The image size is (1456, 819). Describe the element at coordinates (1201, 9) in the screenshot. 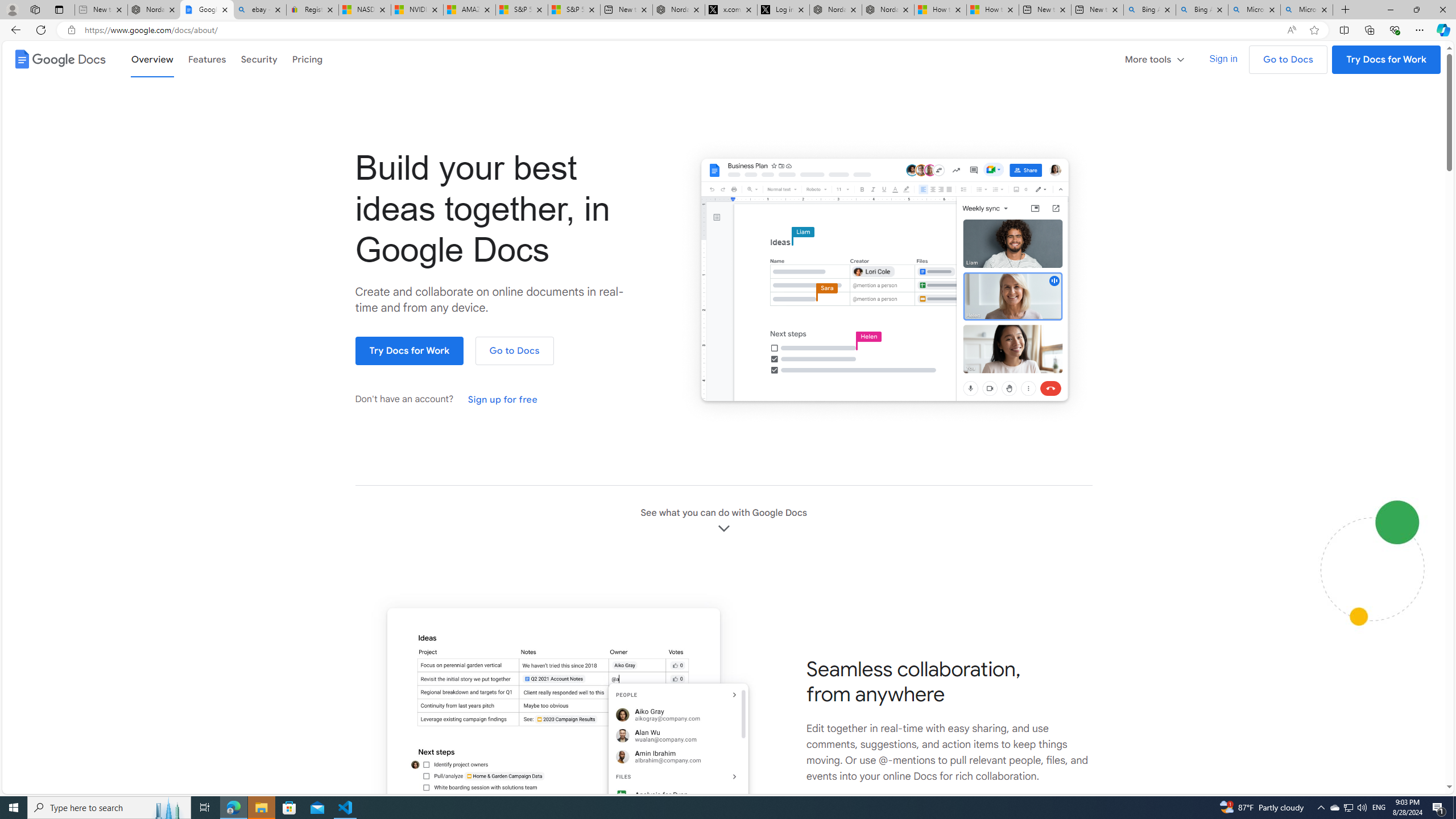

I see `'Bing AI - Search'` at that location.